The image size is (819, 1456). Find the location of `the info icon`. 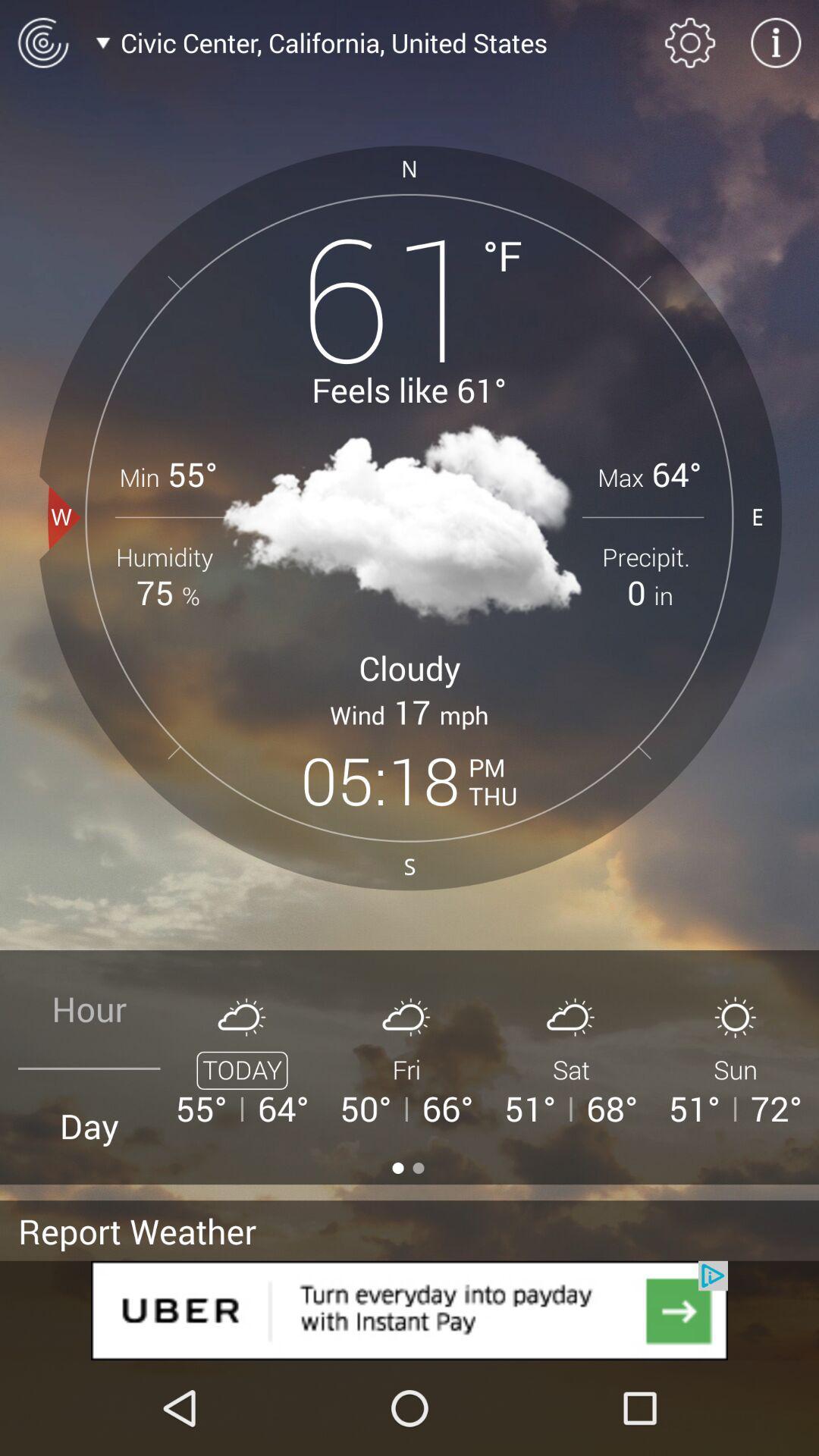

the info icon is located at coordinates (776, 42).